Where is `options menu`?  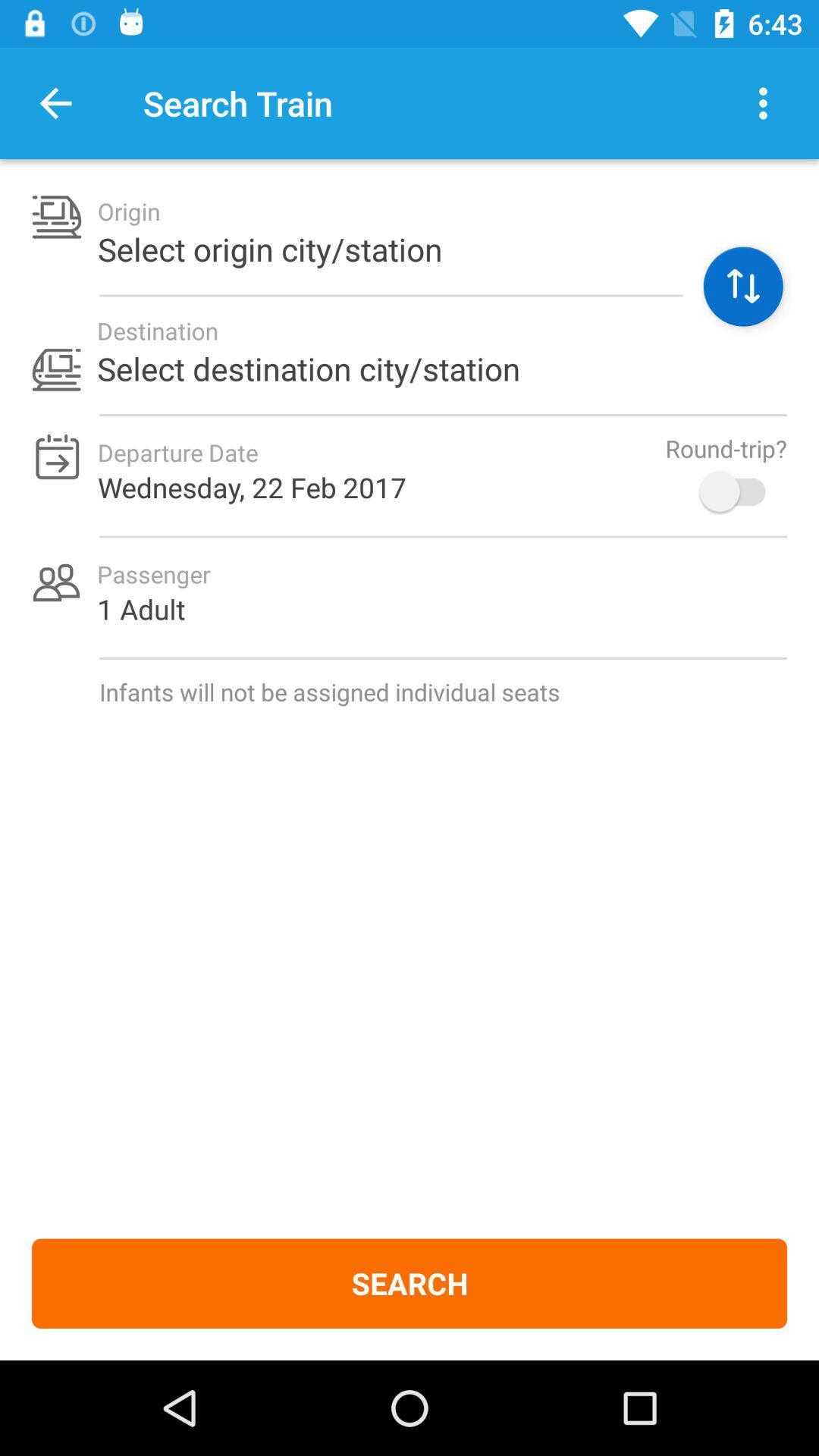
options menu is located at coordinates (763, 102).